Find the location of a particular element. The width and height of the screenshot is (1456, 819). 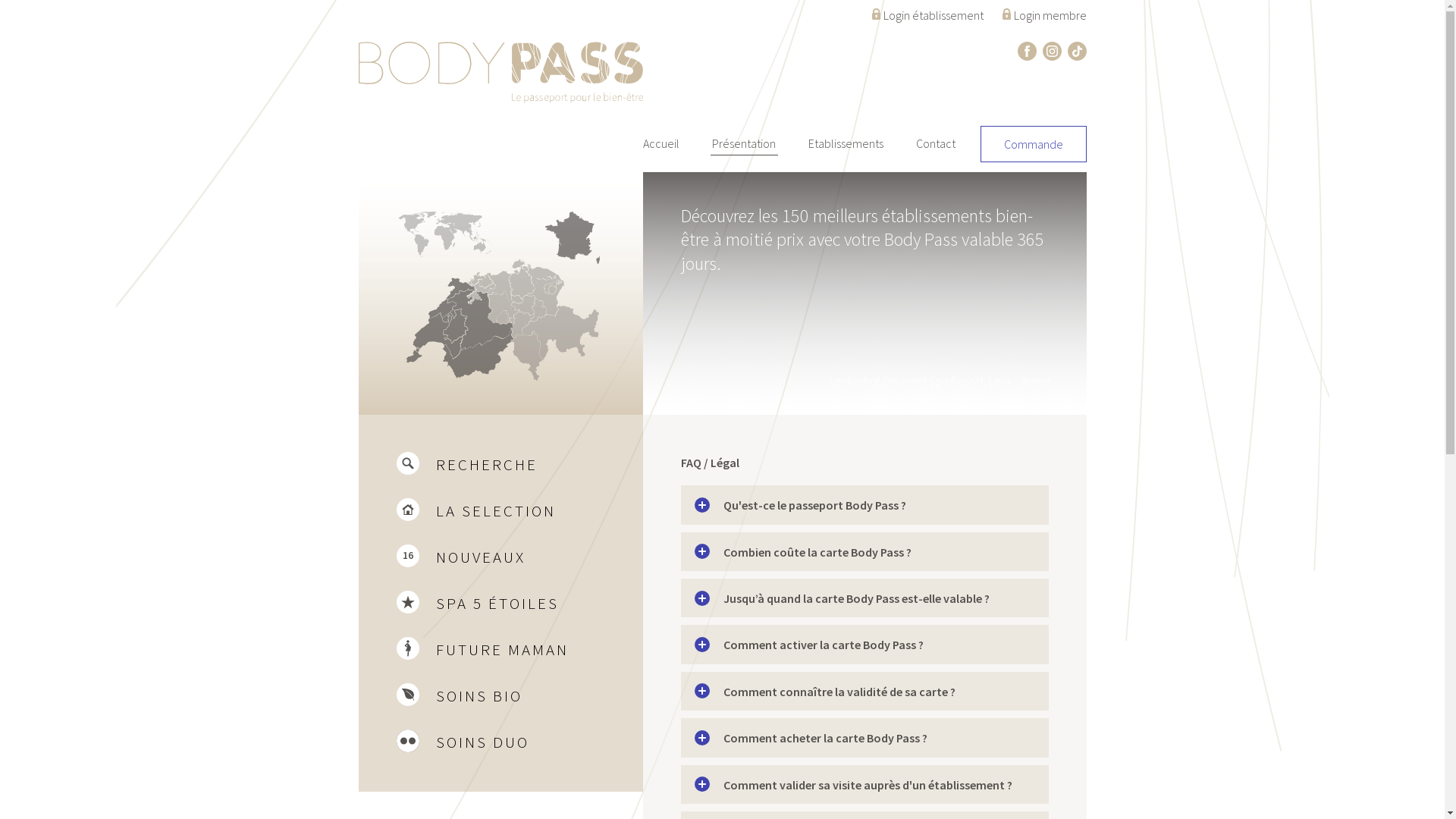

'Open' is located at coordinates (701, 505).